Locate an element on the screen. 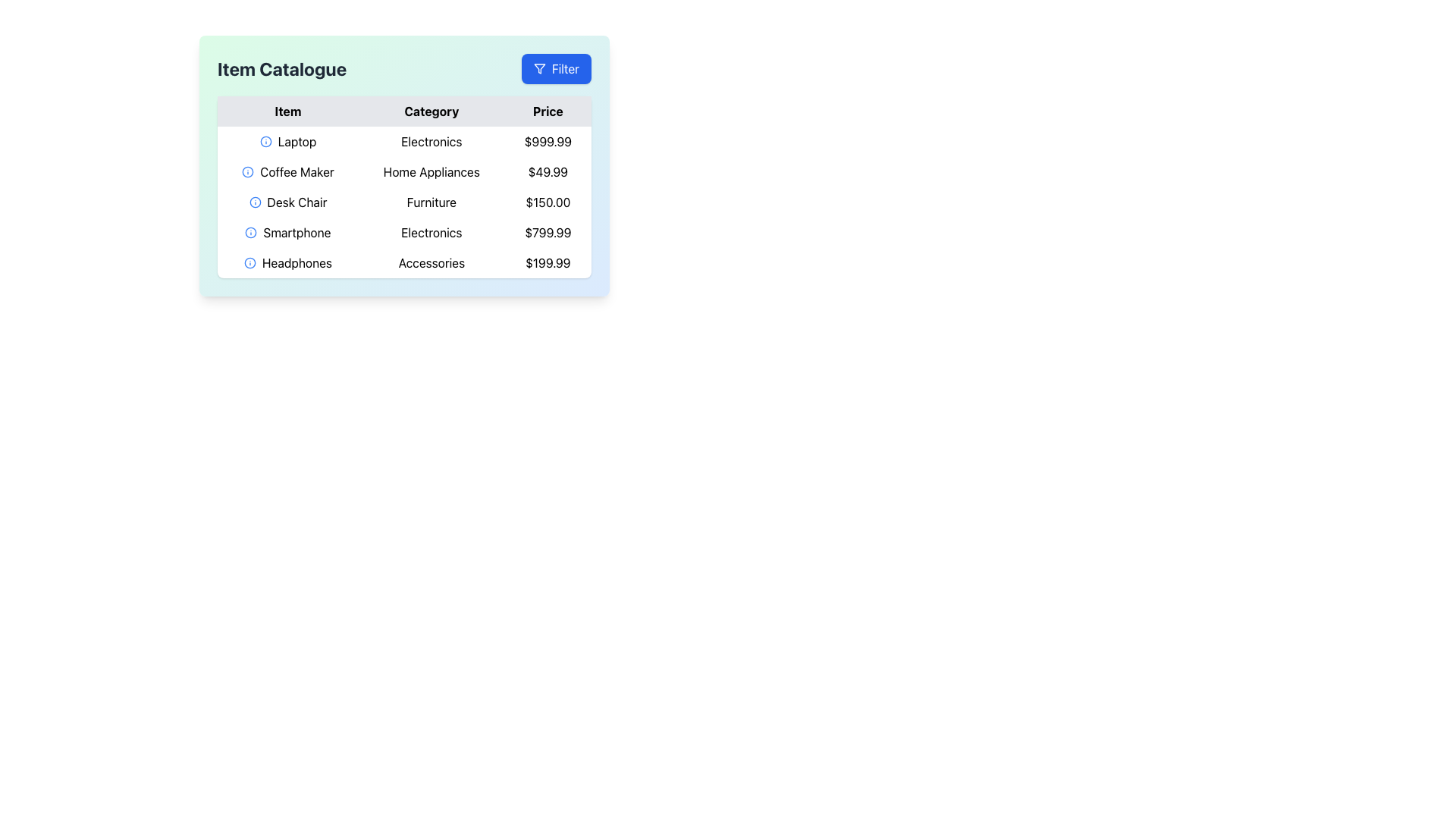  the blue bordered circular outline icon representing additional information beside the 'Smartphone' text in the fourth row of the 'Item Catalogue' section is located at coordinates (251, 233).